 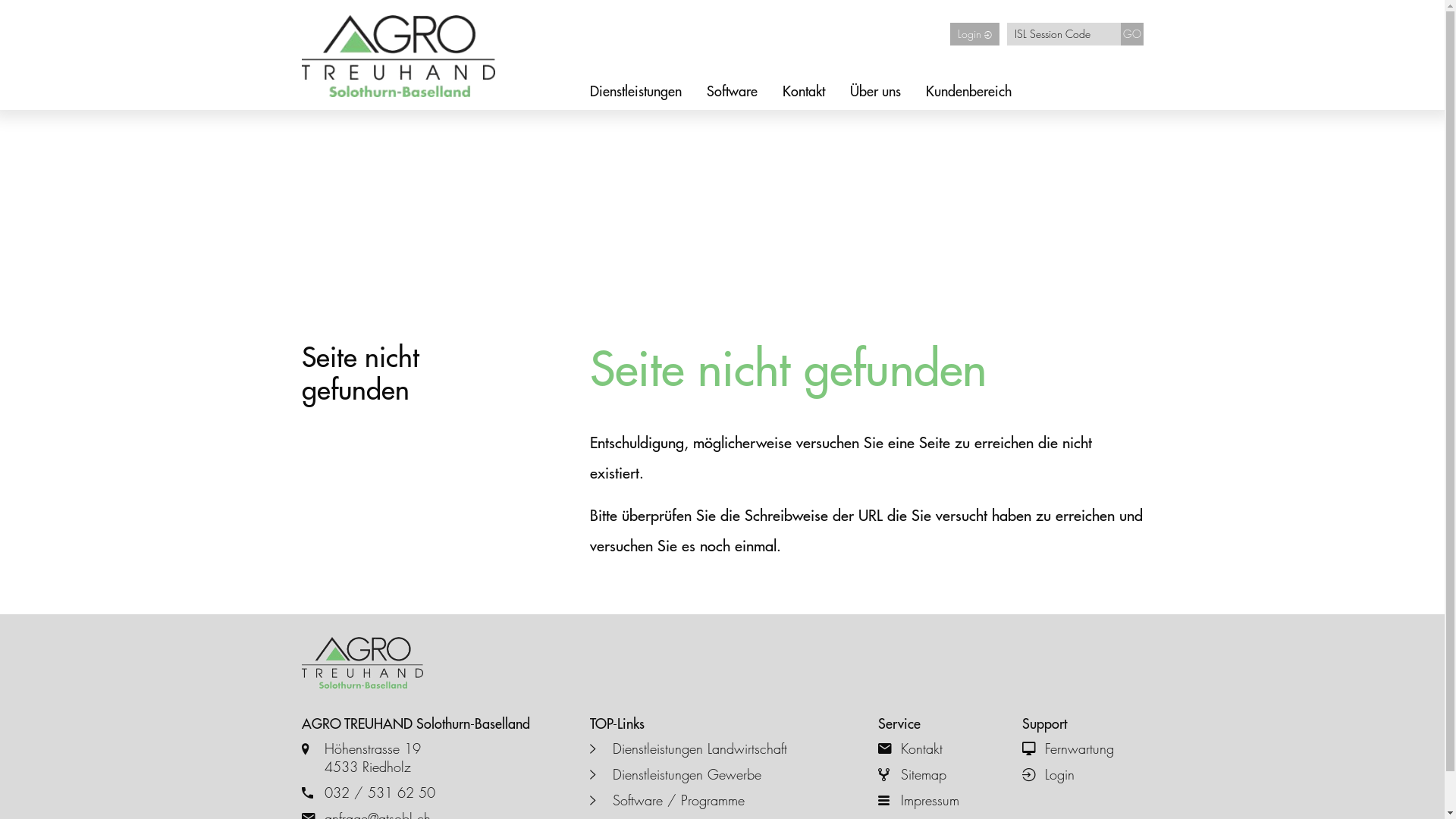 What do you see at coordinates (722, 800) in the screenshot?
I see `'Software / Programme'` at bounding box center [722, 800].